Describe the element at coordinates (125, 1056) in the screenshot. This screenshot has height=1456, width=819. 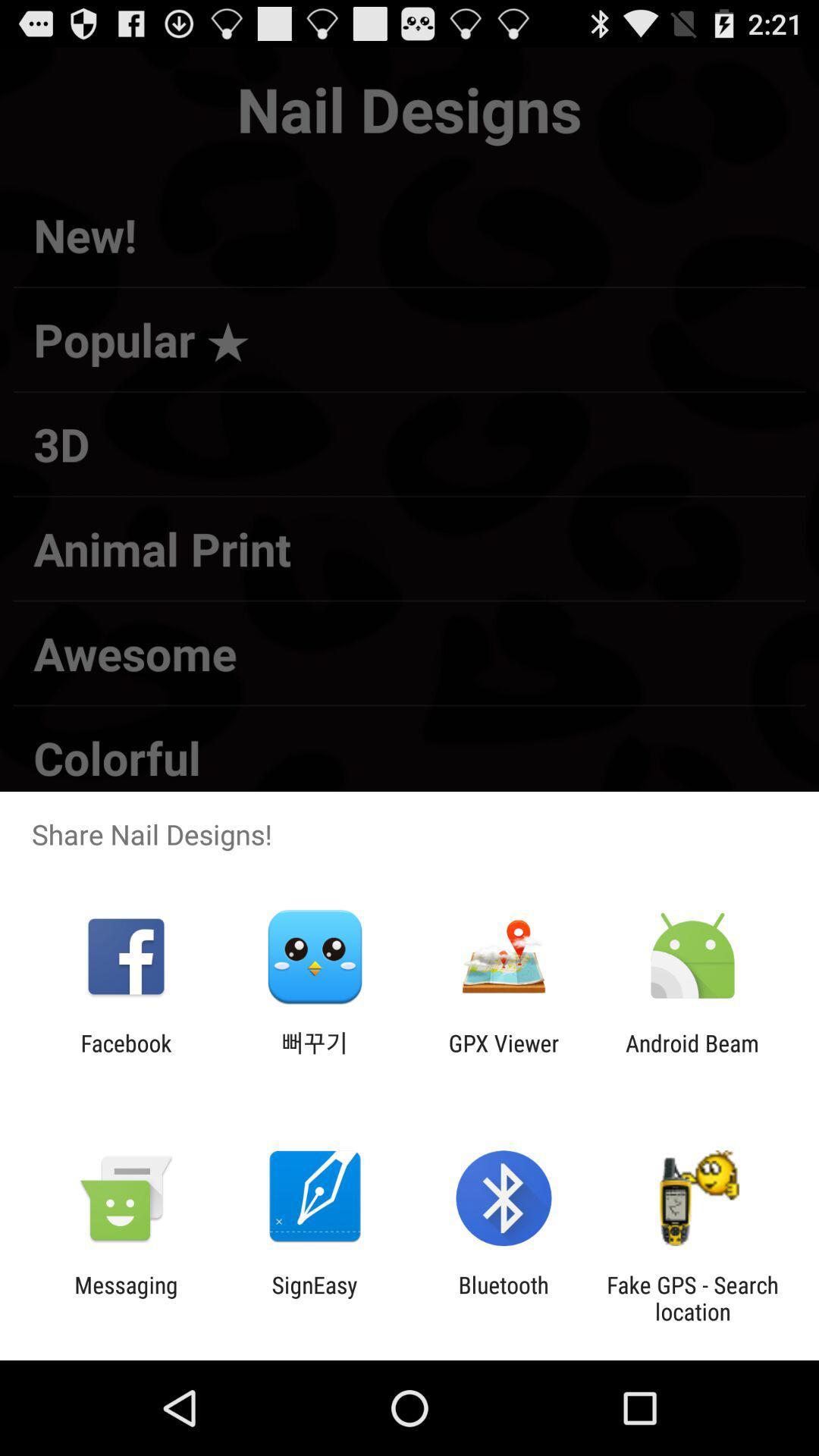
I see `facebook item` at that location.